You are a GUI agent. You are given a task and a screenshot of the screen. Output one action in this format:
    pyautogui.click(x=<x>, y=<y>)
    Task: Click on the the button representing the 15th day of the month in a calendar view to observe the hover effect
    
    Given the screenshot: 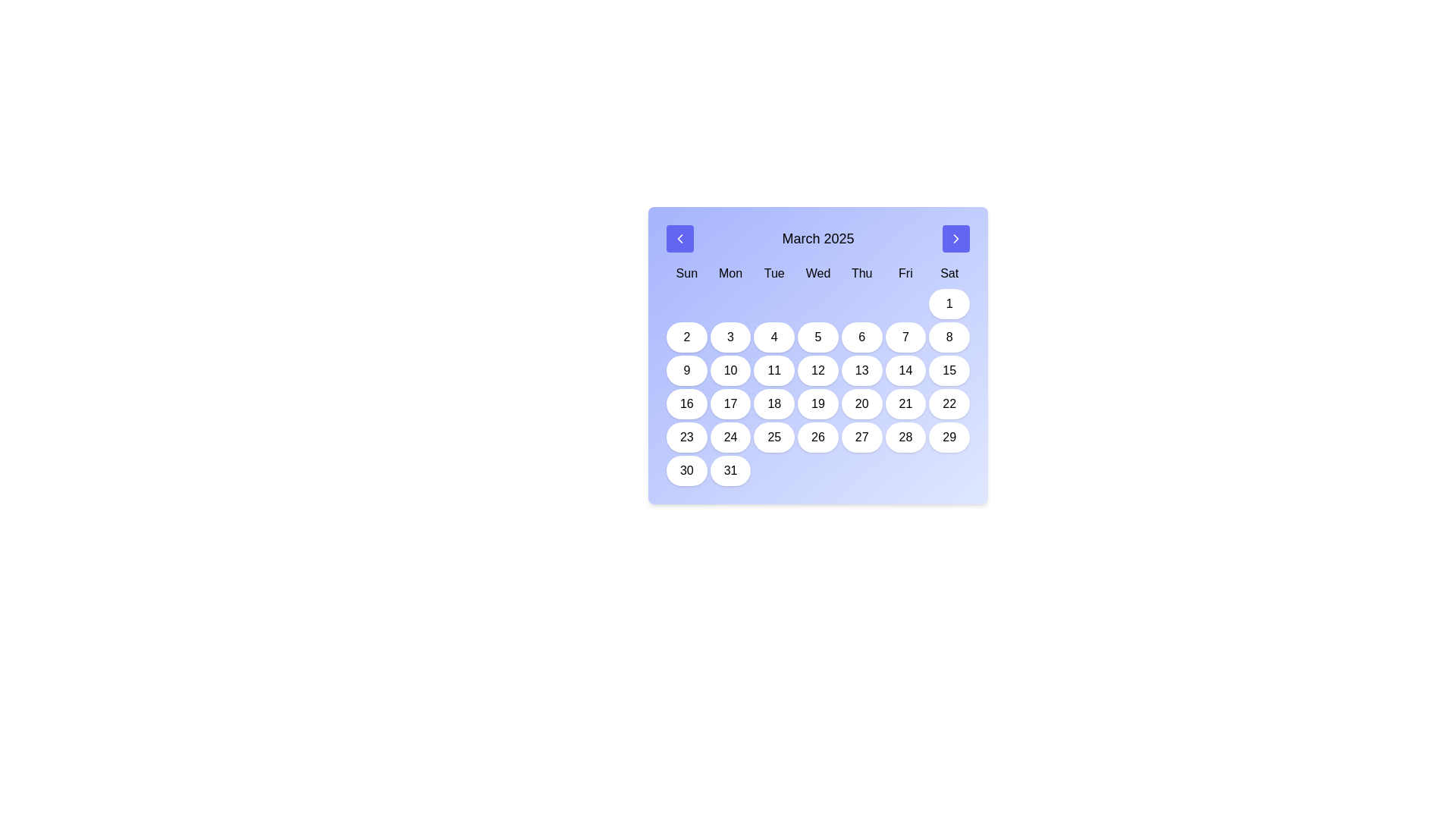 What is the action you would take?
    pyautogui.click(x=949, y=371)
    